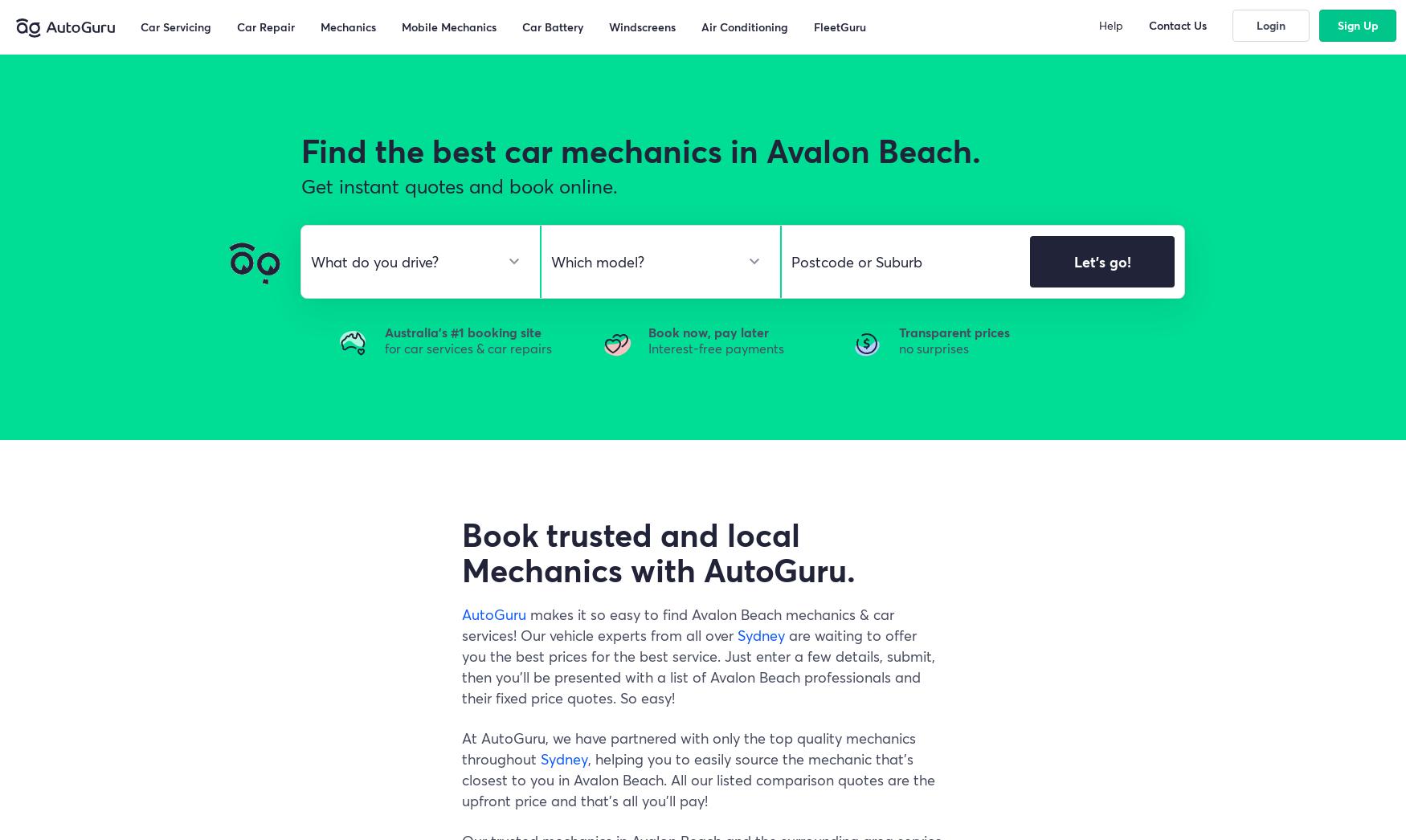  Describe the element at coordinates (1102, 261) in the screenshot. I see `'Let's go!'` at that location.